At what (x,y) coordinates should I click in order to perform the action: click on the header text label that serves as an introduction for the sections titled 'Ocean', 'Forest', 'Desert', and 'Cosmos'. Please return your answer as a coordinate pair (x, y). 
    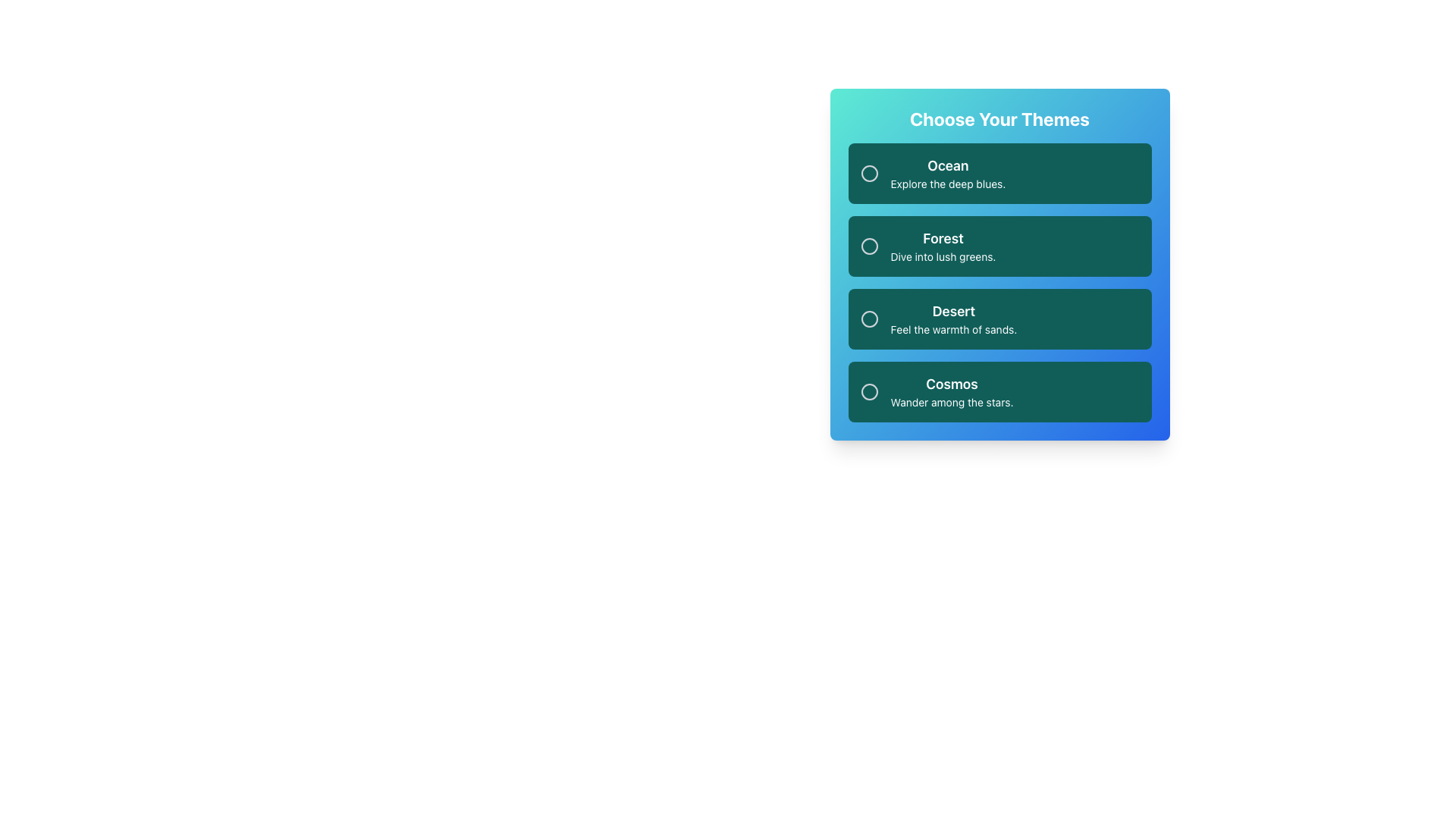
    Looking at the image, I should click on (999, 118).